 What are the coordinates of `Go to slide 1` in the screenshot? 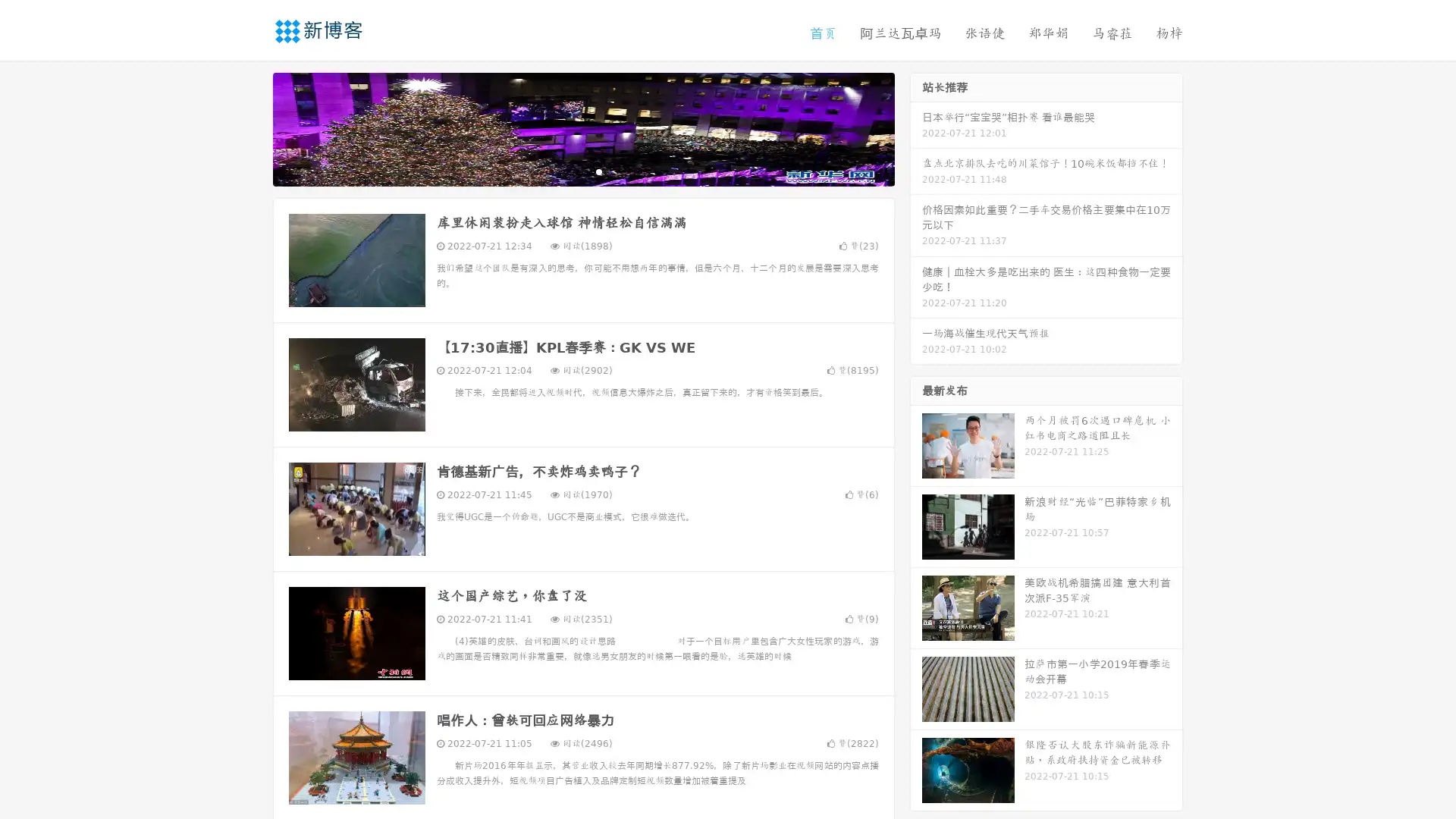 It's located at (567, 171).